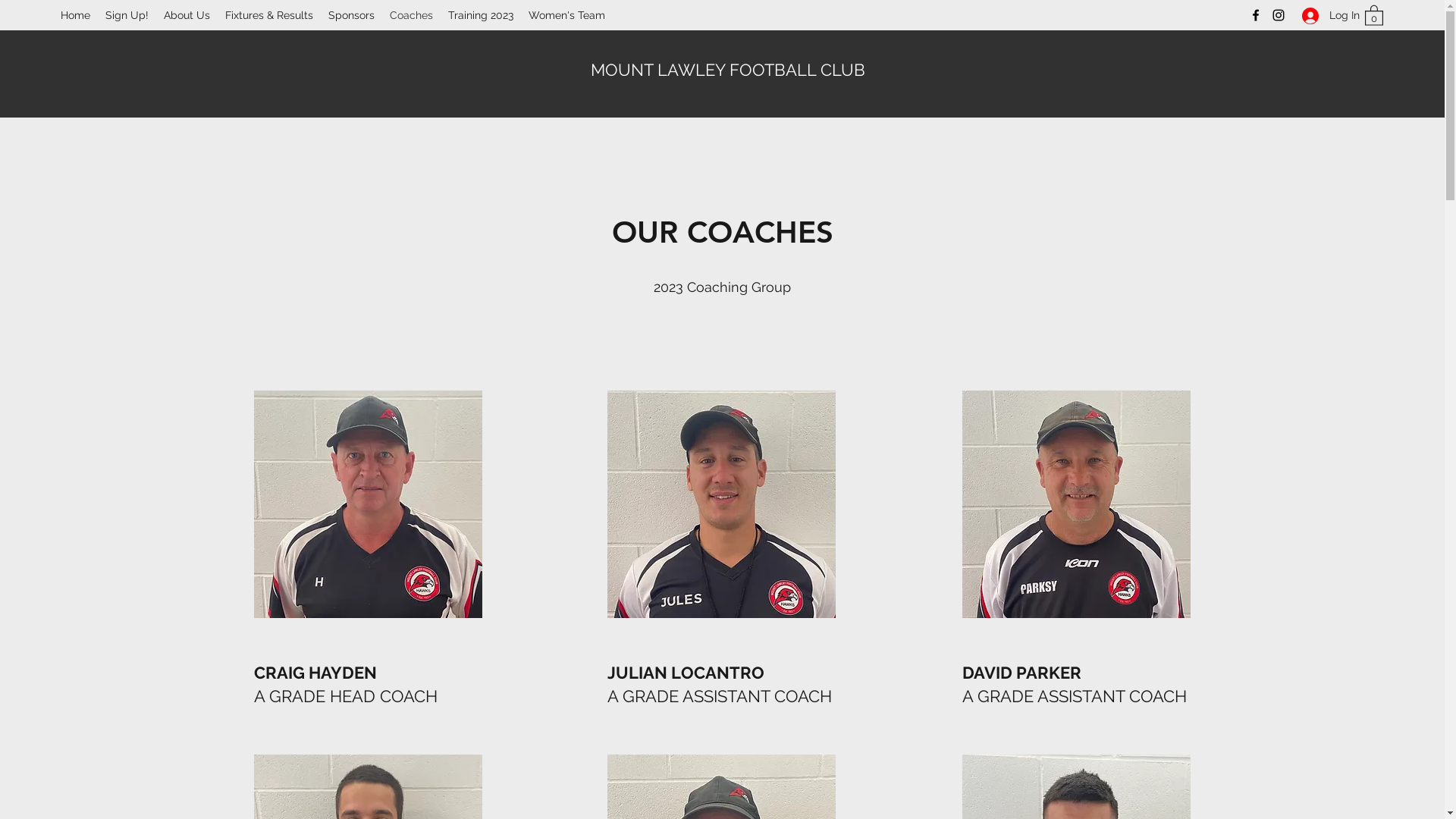  Describe the element at coordinates (1373, 14) in the screenshot. I see `'0'` at that location.